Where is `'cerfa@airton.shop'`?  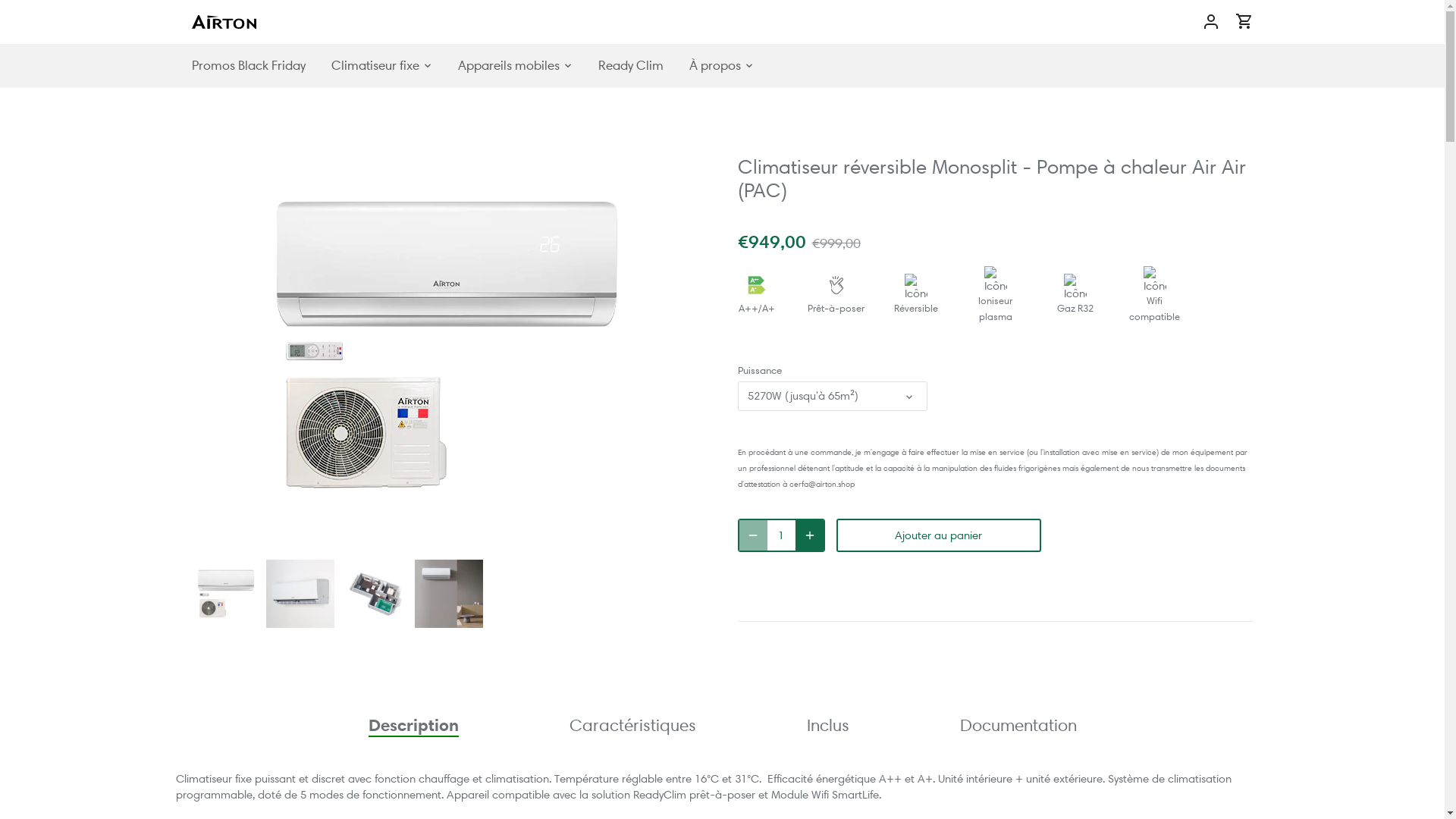 'cerfa@airton.shop' is located at coordinates (821, 483).